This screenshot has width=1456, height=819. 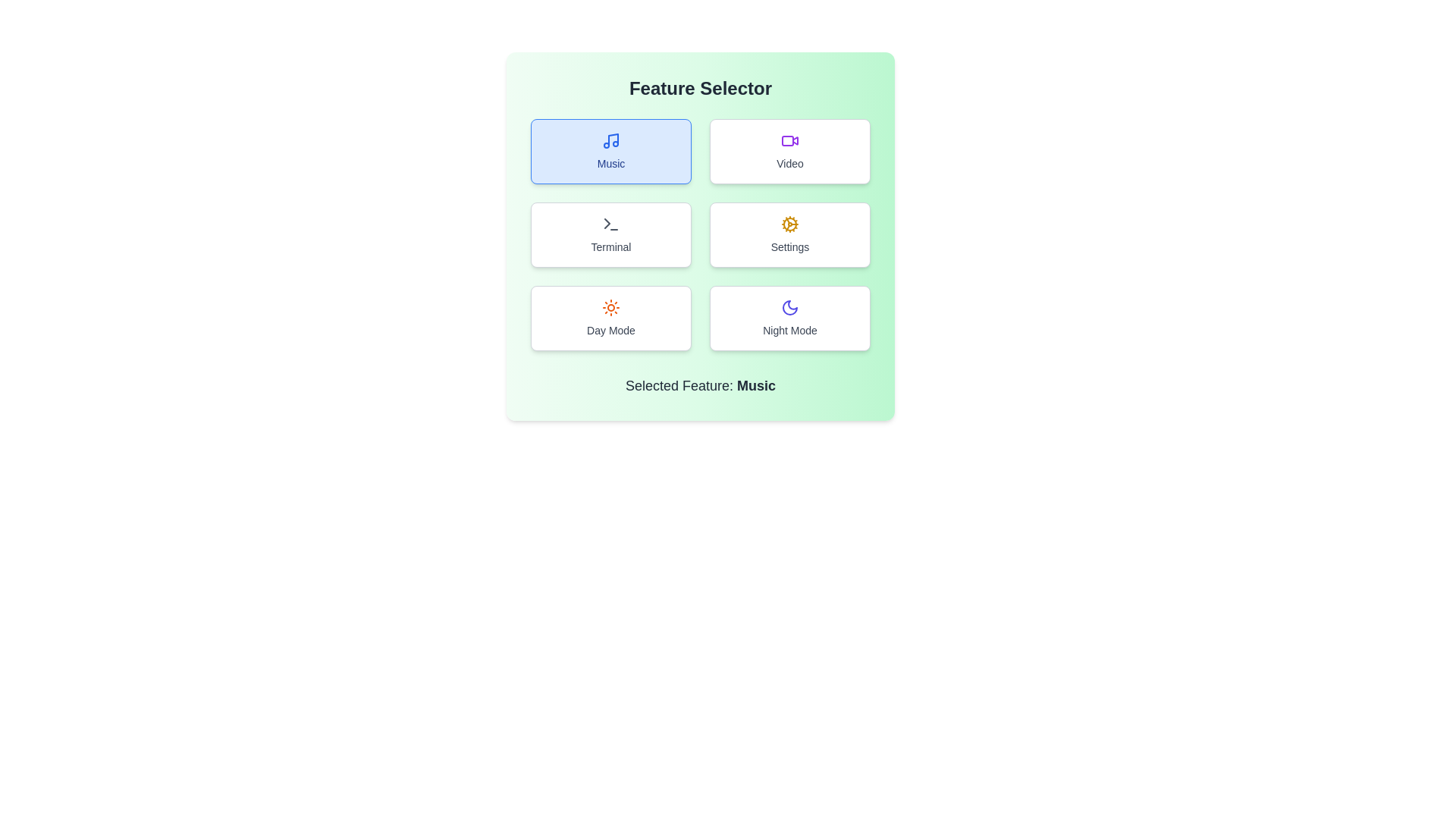 What do you see at coordinates (611, 329) in the screenshot?
I see `the 'Day Mode' static text label, which serves as the visual indicator for the selectable option in the grid layout, located centrally within its card beneath an orange sun-shaped icon` at bounding box center [611, 329].